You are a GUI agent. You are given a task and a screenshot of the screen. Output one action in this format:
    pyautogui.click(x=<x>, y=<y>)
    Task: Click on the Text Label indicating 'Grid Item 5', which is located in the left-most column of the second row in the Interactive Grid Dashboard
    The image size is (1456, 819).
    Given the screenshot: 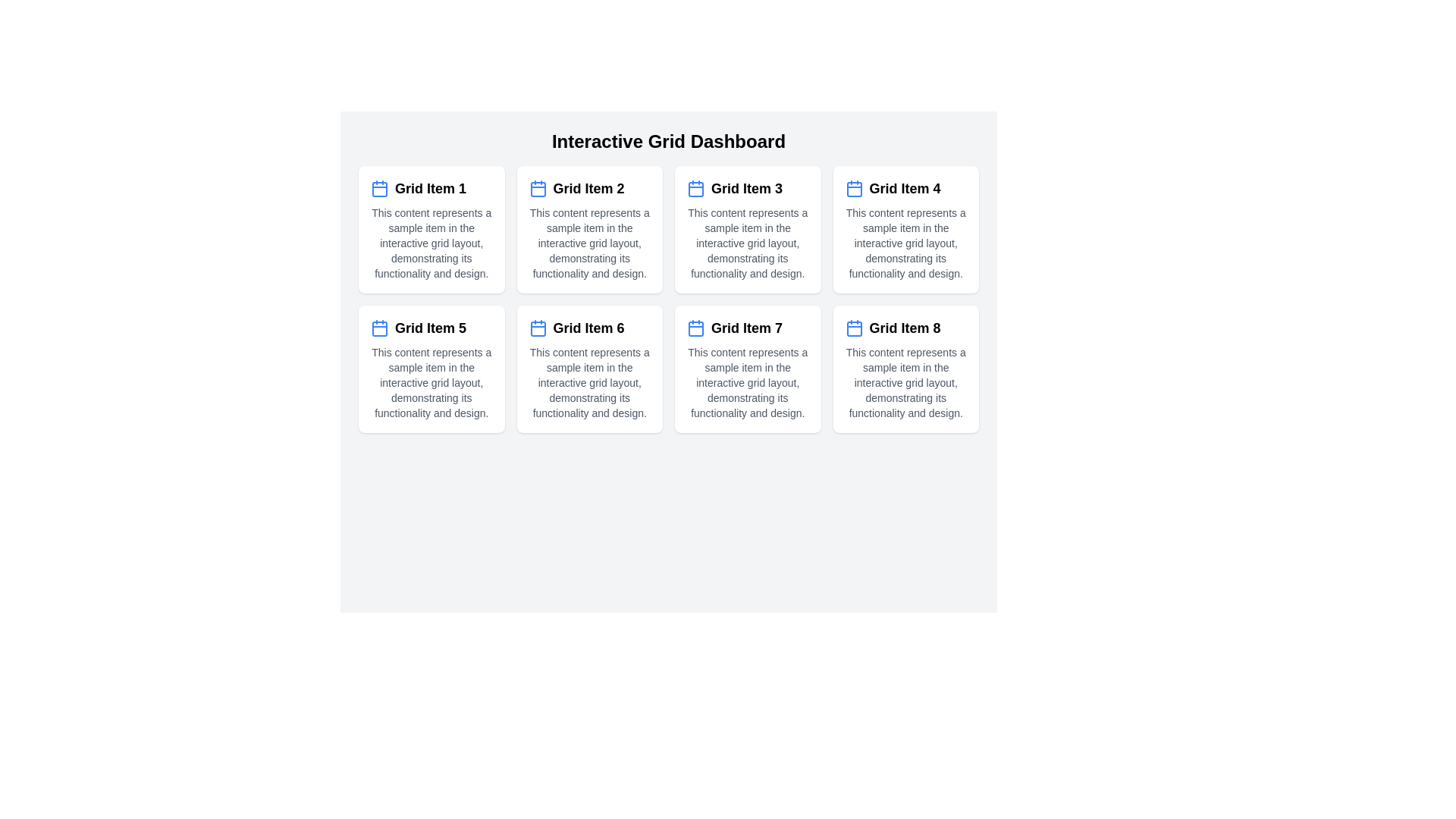 What is the action you would take?
    pyautogui.click(x=431, y=327)
    